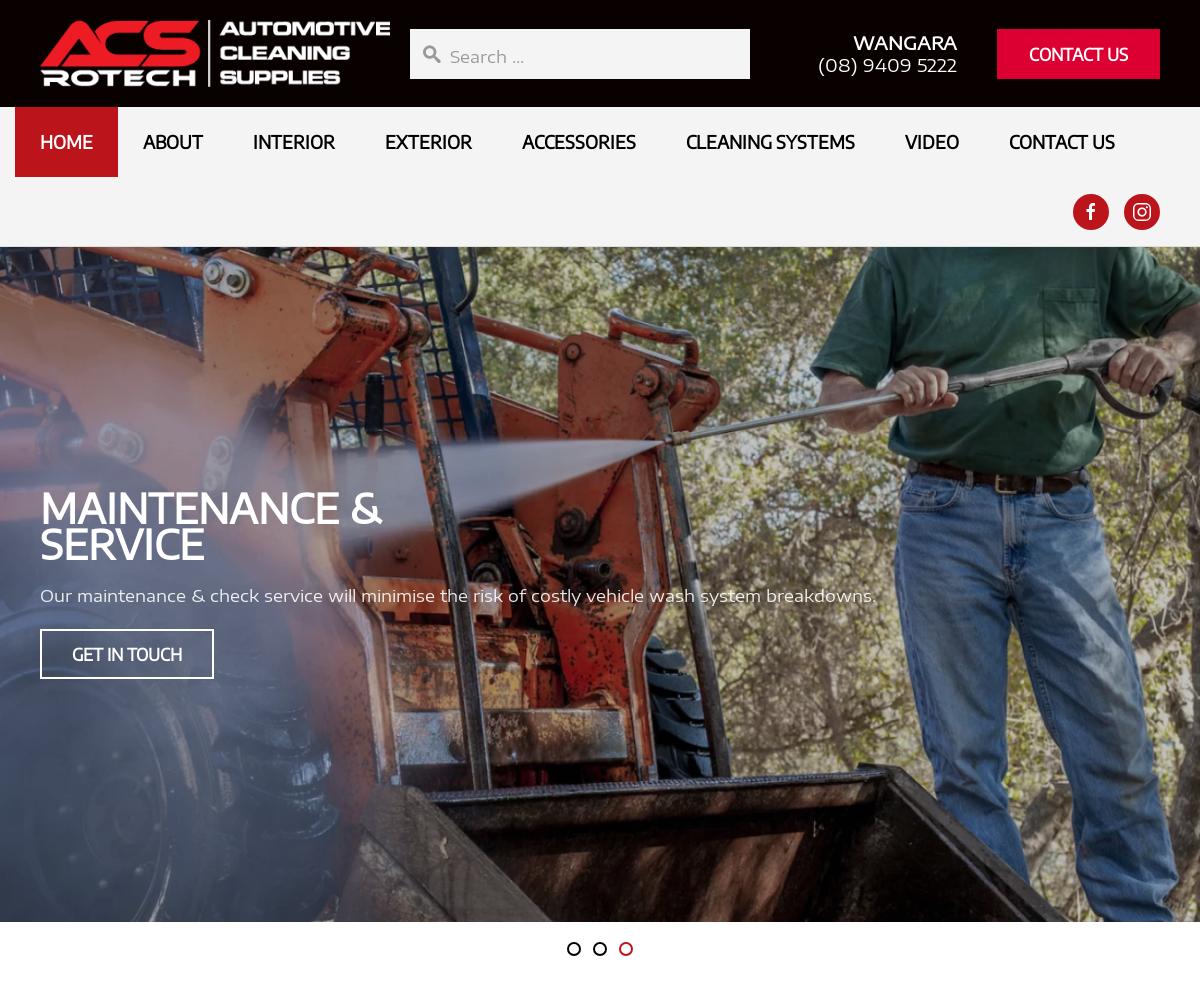 This screenshot has width=1200, height=998. Describe the element at coordinates (738, 507) in the screenshot. I see `'Manufacturer &'` at that location.